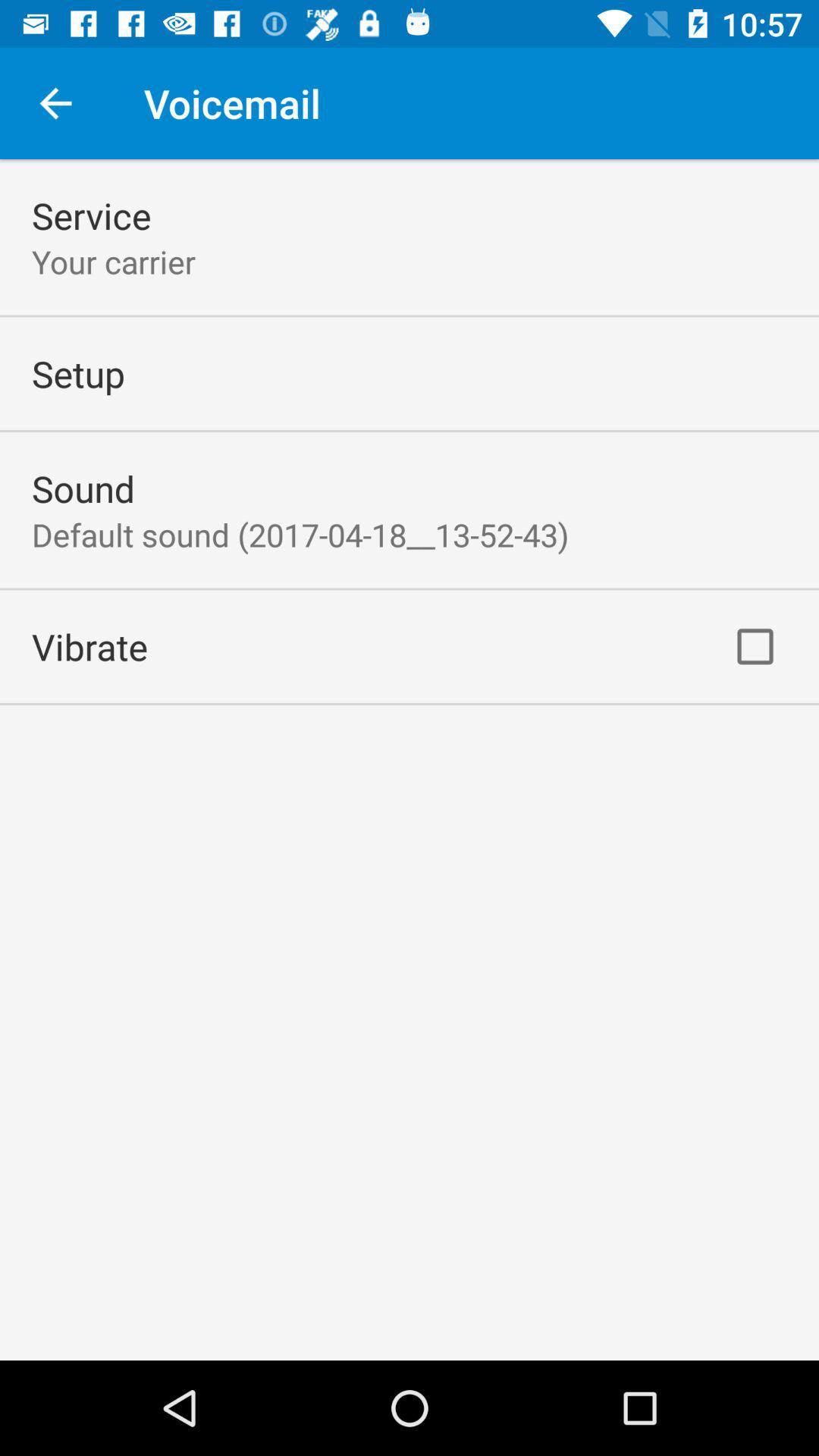 Image resolution: width=819 pixels, height=1456 pixels. Describe the element at coordinates (78, 373) in the screenshot. I see `setup icon` at that location.